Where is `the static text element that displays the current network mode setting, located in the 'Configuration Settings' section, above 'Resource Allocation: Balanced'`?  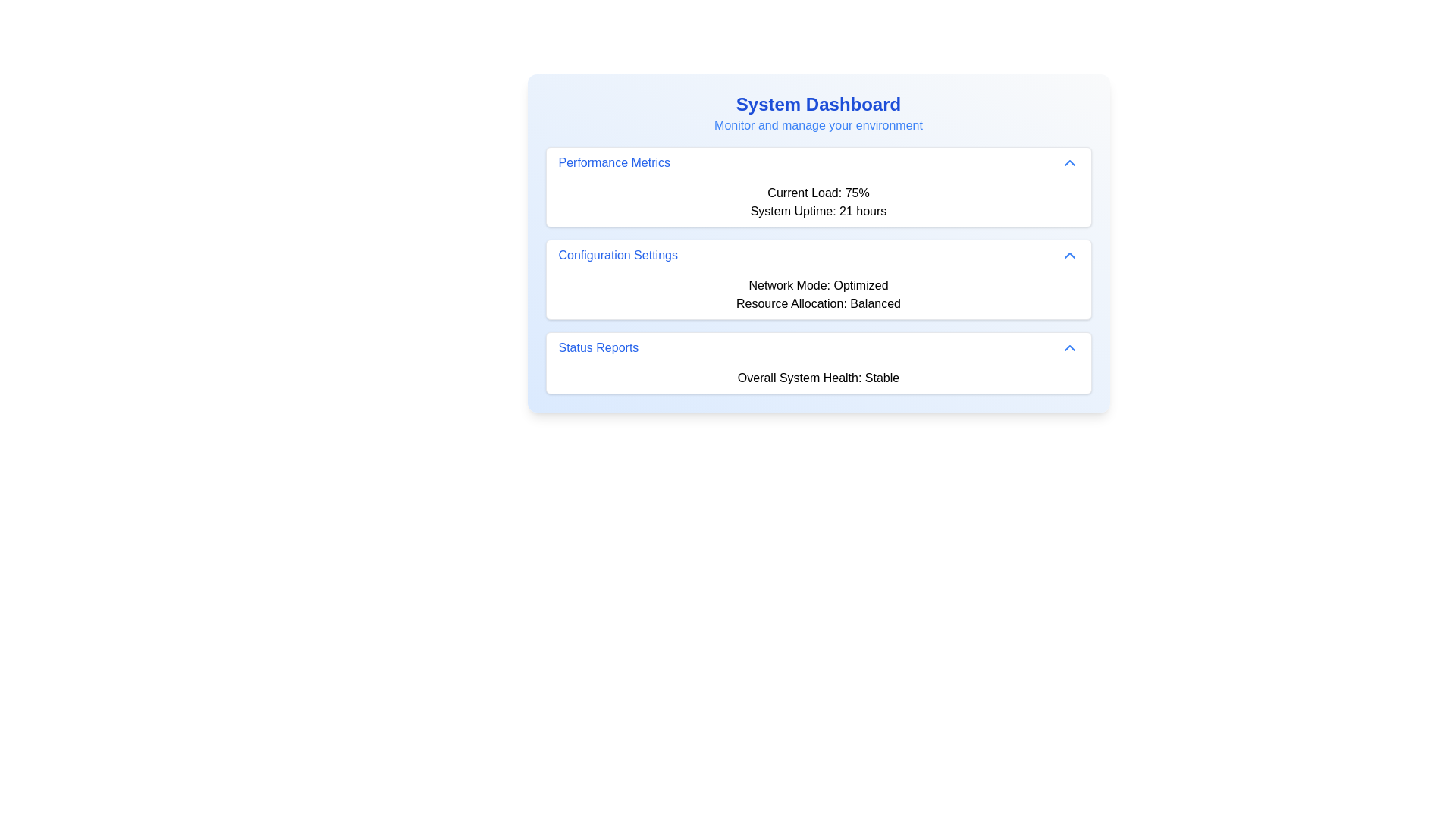
the static text element that displays the current network mode setting, located in the 'Configuration Settings' section, above 'Resource Allocation: Balanced' is located at coordinates (817, 286).